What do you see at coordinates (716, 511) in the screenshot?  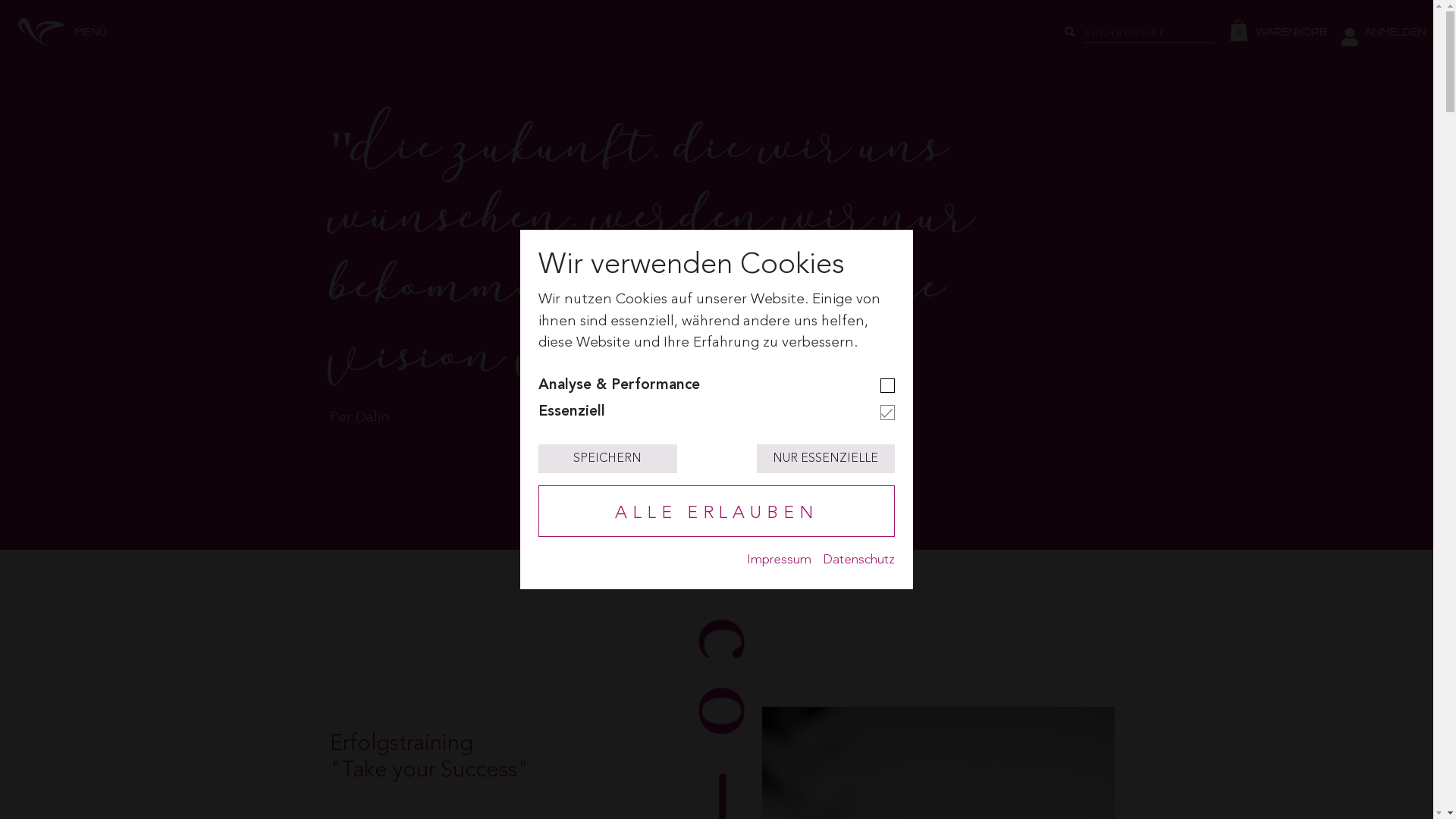 I see `'ALLE ERLAUBEN'` at bounding box center [716, 511].